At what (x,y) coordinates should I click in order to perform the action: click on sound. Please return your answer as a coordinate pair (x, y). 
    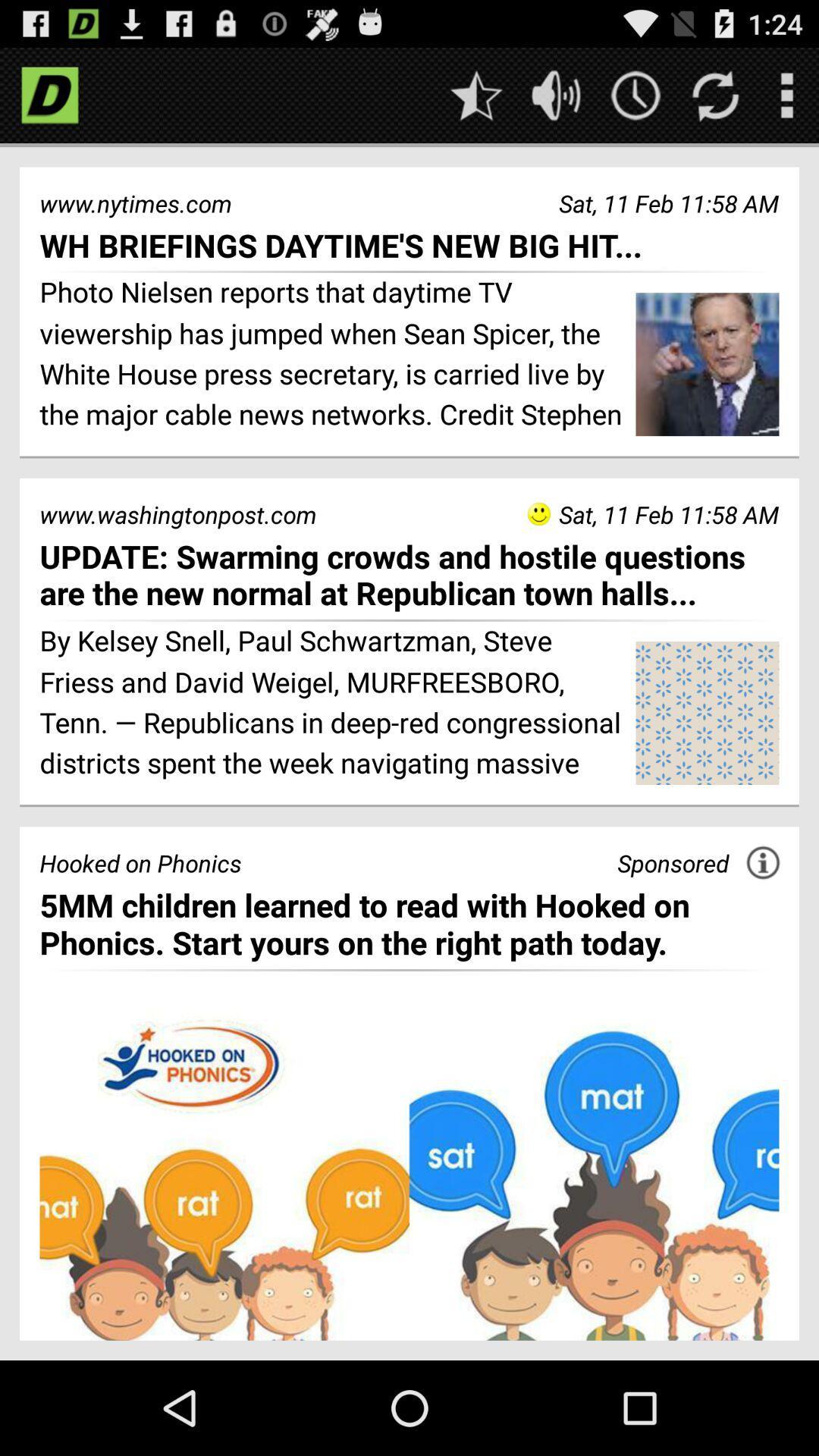
    Looking at the image, I should click on (556, 94).